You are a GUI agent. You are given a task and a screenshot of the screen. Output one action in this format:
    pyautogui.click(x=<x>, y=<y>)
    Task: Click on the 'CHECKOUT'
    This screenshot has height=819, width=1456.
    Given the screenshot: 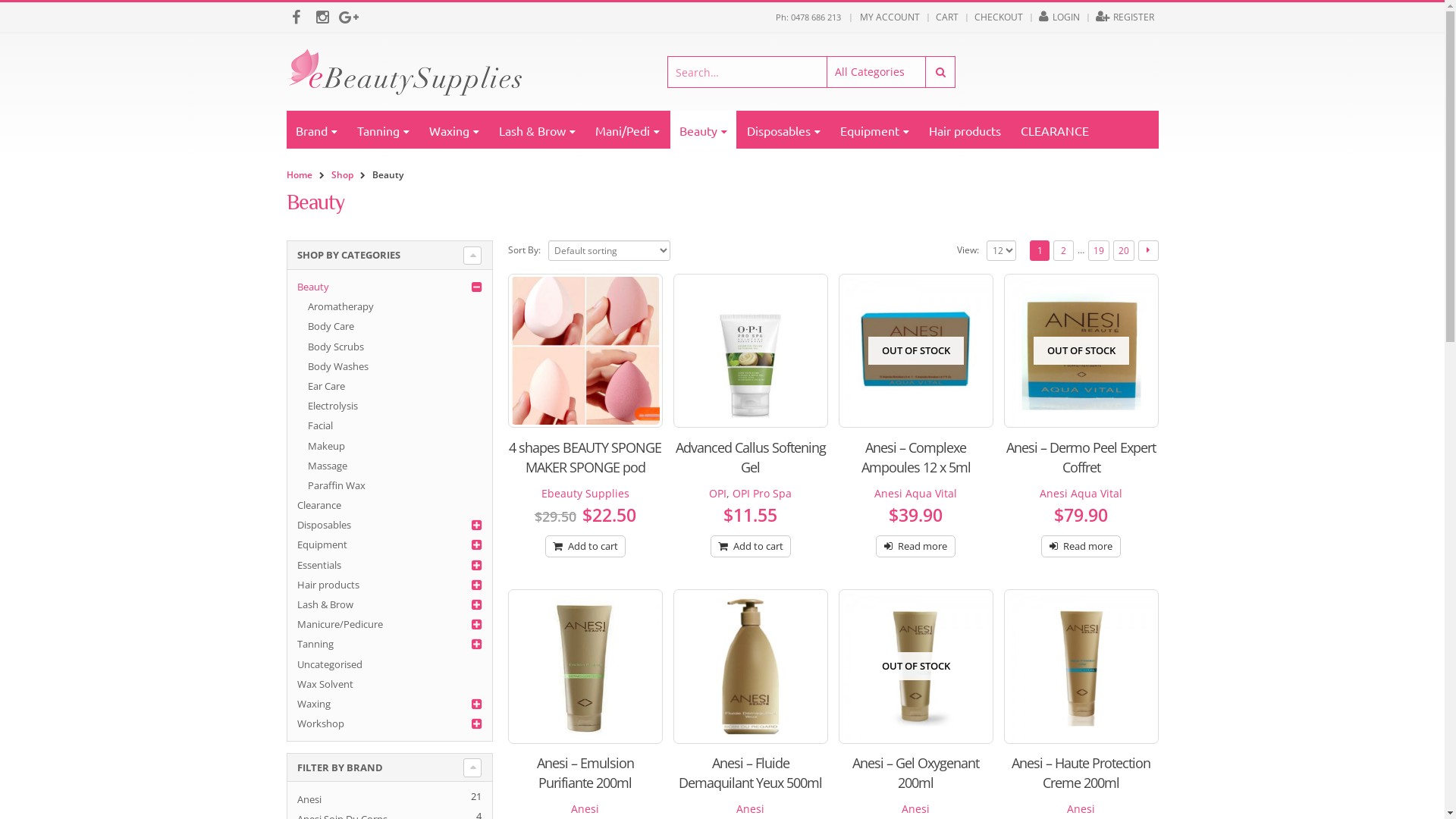 What is the action you would take?
    pyautogui.click(x=971, y=17)
    